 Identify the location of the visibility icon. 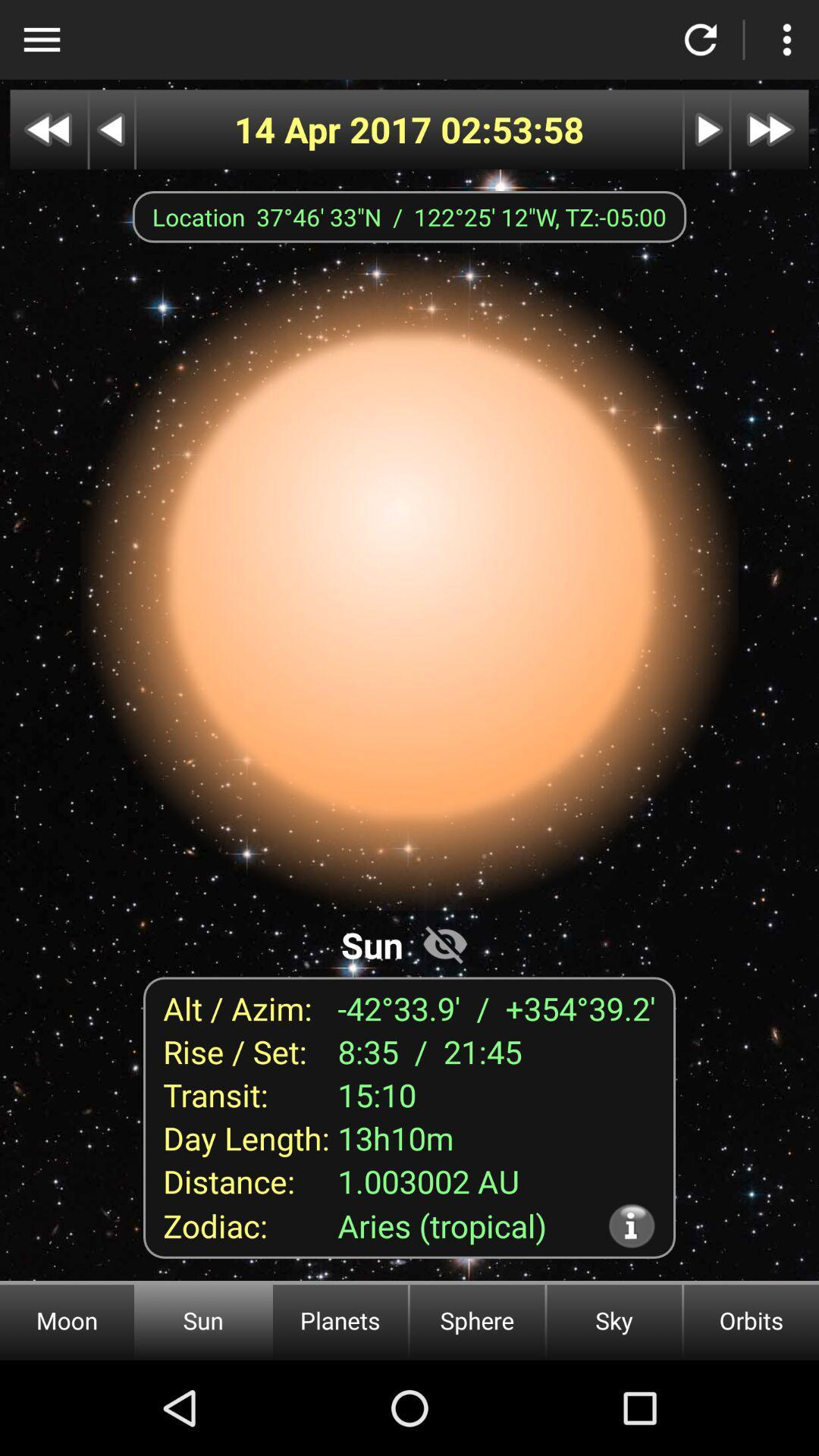
(444, 943).